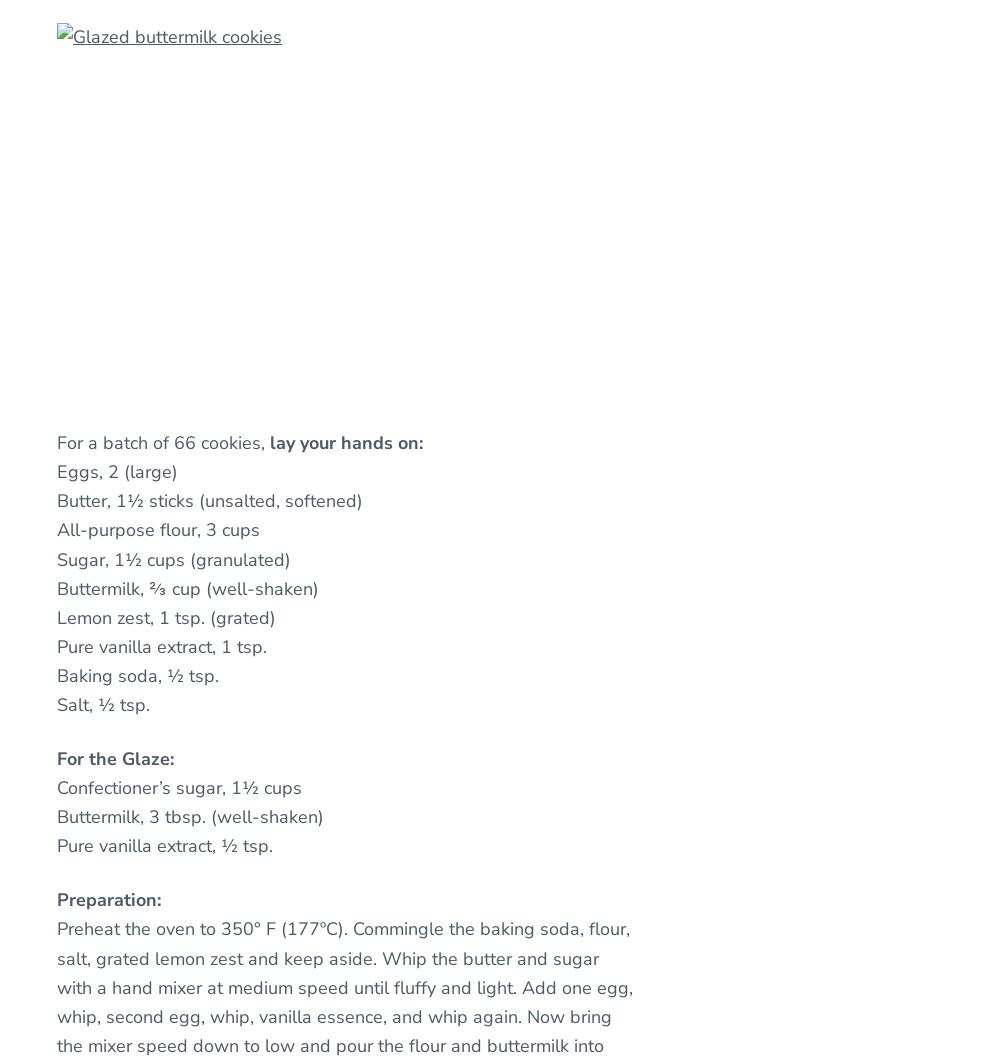  What do you see at coordinates (102, 704) in the screenshot?
I see `'Salt, ½ tsp.'` at bounding box center [102, 704].